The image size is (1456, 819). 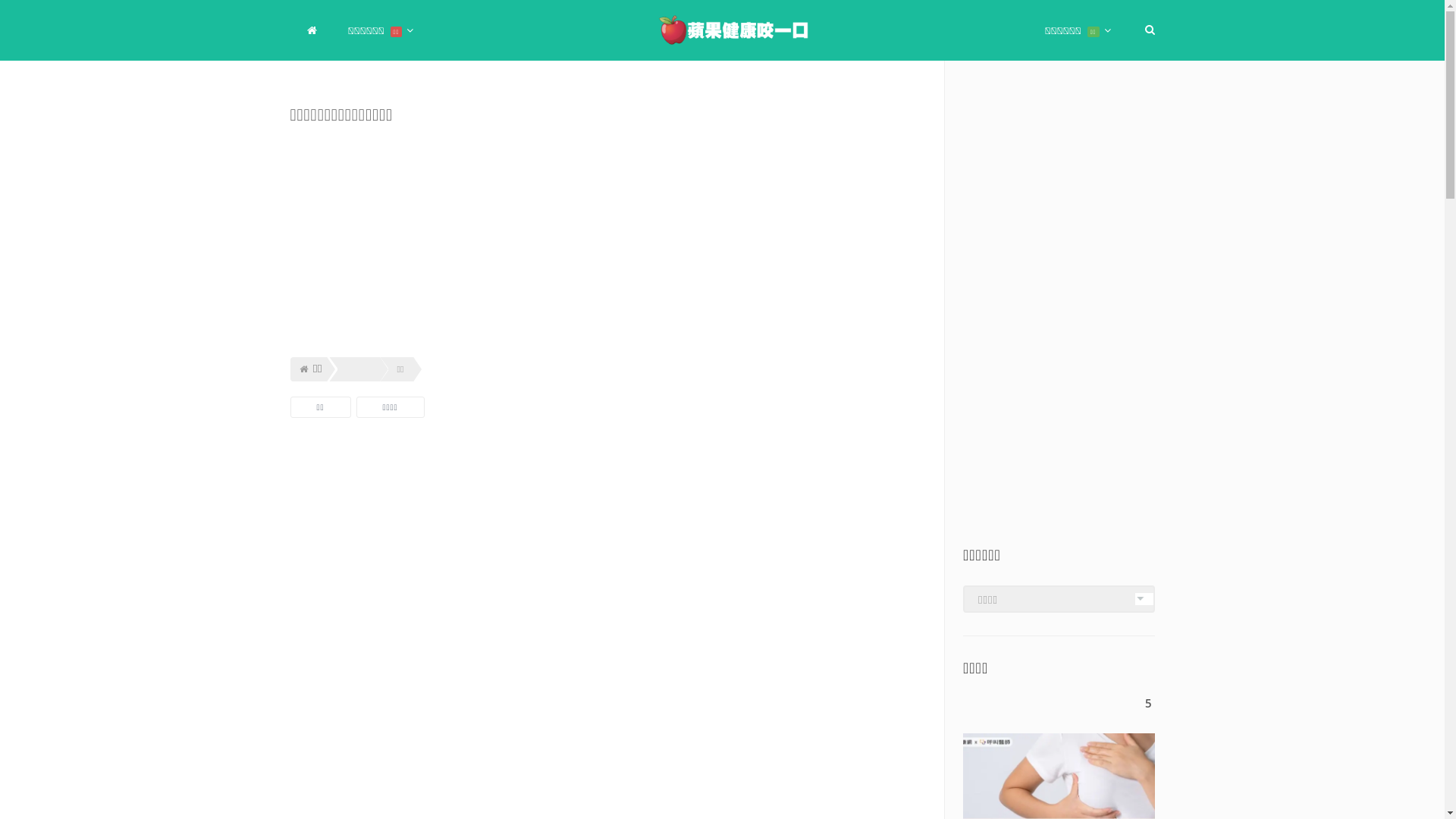 What do you see at coordinates (607, 718) in the screenshot?
I see `'Advertisement'` at bounding box center [607, 718].